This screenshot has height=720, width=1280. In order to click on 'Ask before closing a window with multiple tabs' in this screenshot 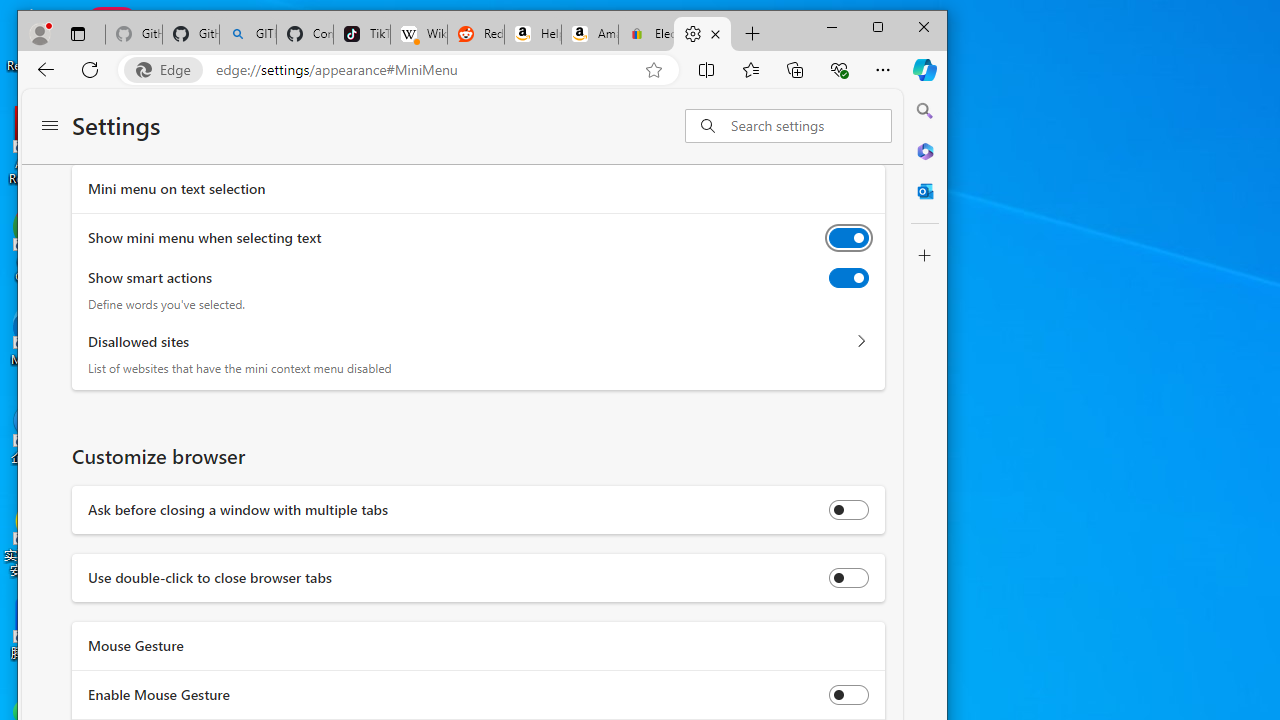, I will do `click(849, 508)`.